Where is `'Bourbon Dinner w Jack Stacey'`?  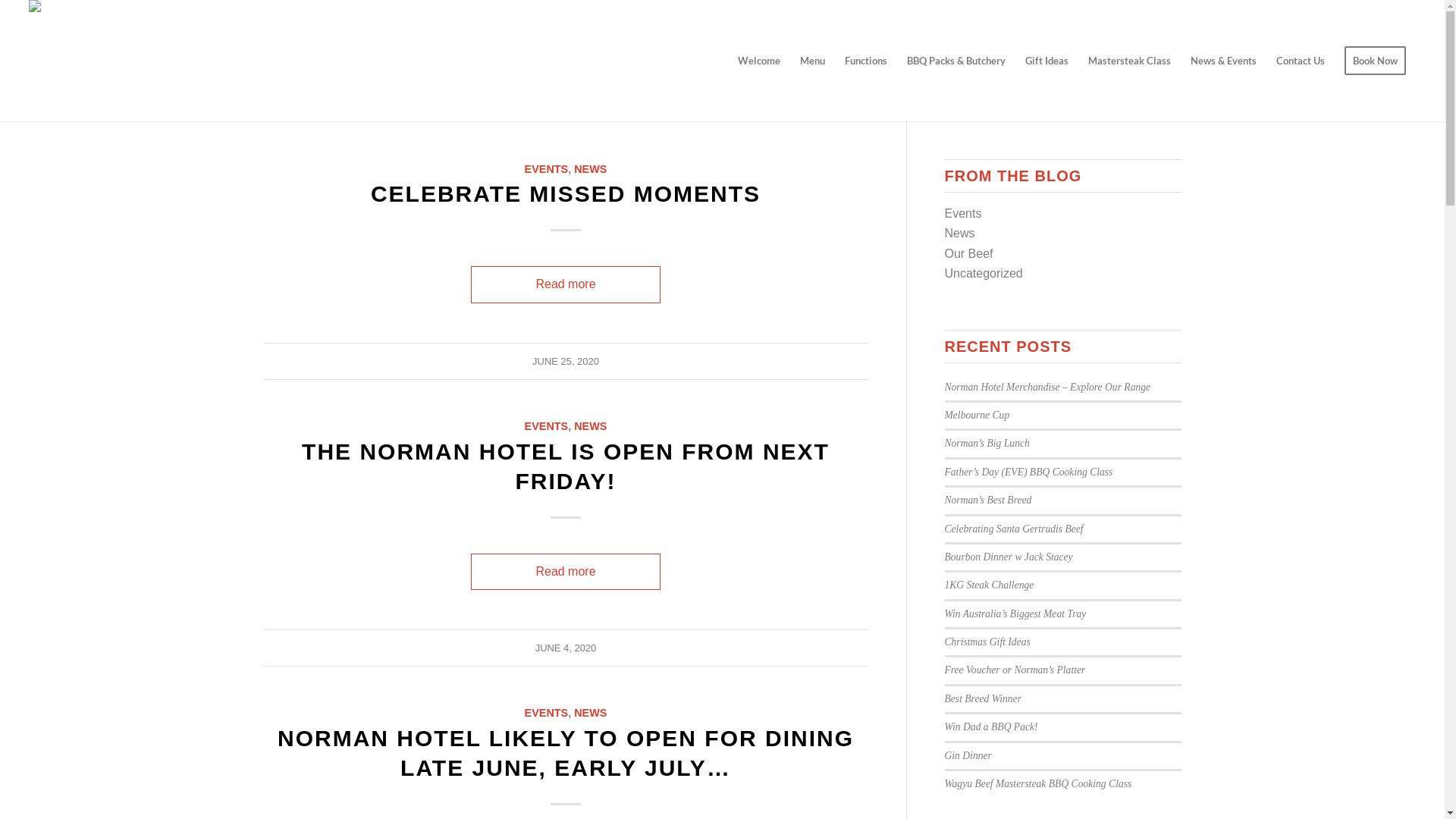 'Bourbon Dinner w Jack Stacey' is located at coordinates (1009, 557).